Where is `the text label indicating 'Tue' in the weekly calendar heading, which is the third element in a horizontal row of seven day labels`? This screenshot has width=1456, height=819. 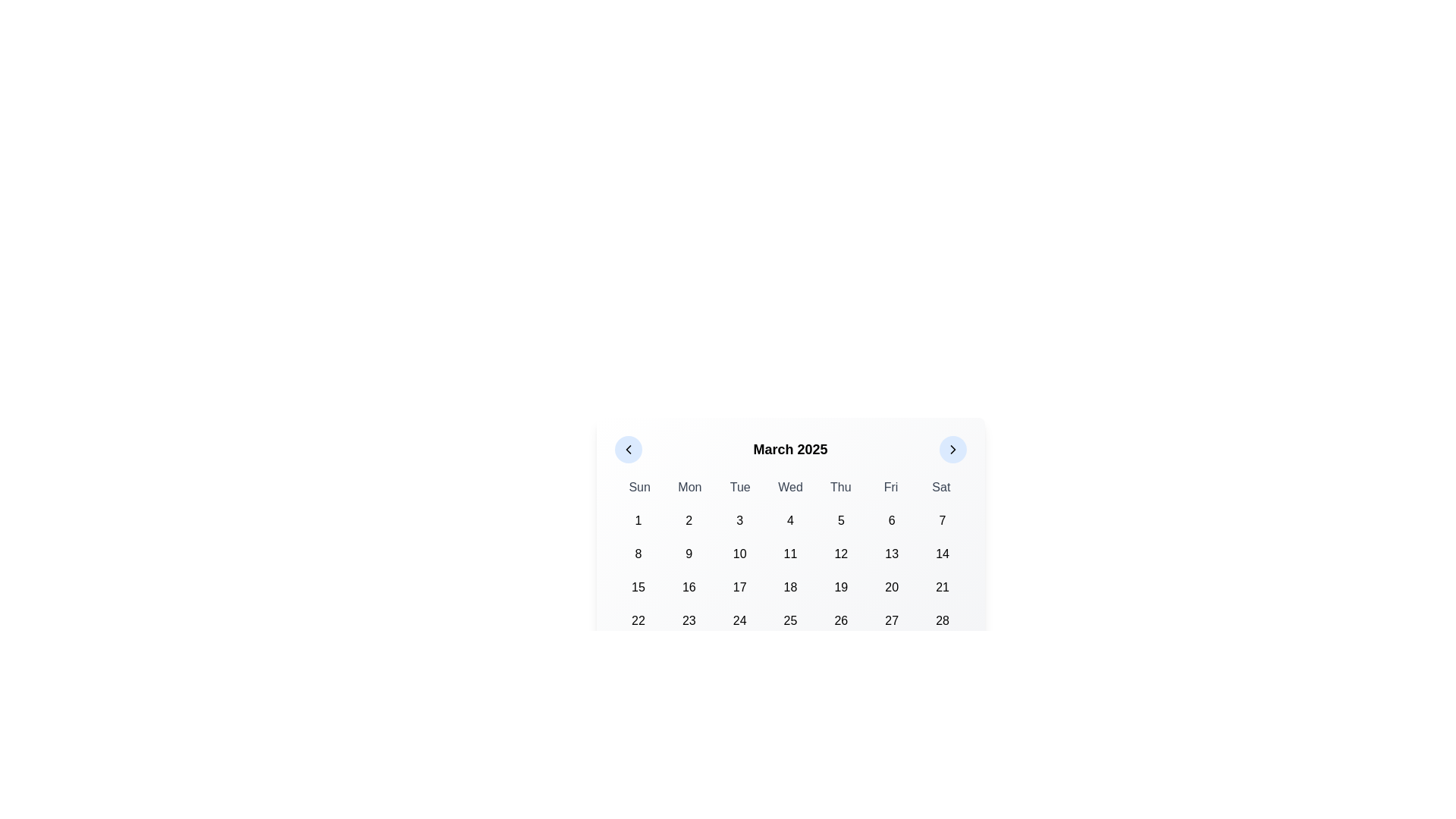
the text label indicating 'Tue' in the weekly calendar heading, which is the third element in a horizontal row of seven day labels is located at coordinates (740, 488).